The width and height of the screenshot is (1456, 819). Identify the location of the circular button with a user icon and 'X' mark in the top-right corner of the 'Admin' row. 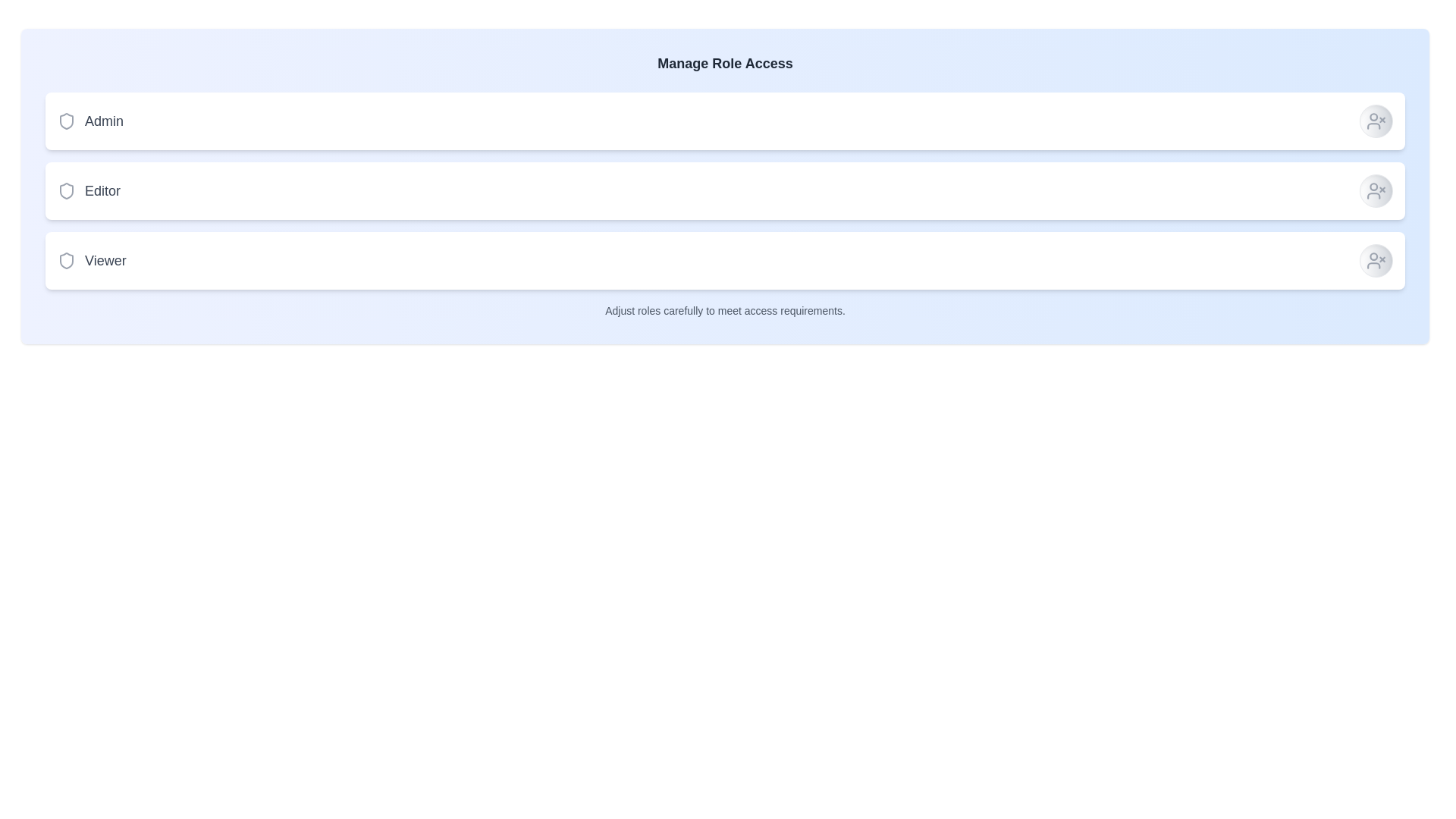
(1376, 120).